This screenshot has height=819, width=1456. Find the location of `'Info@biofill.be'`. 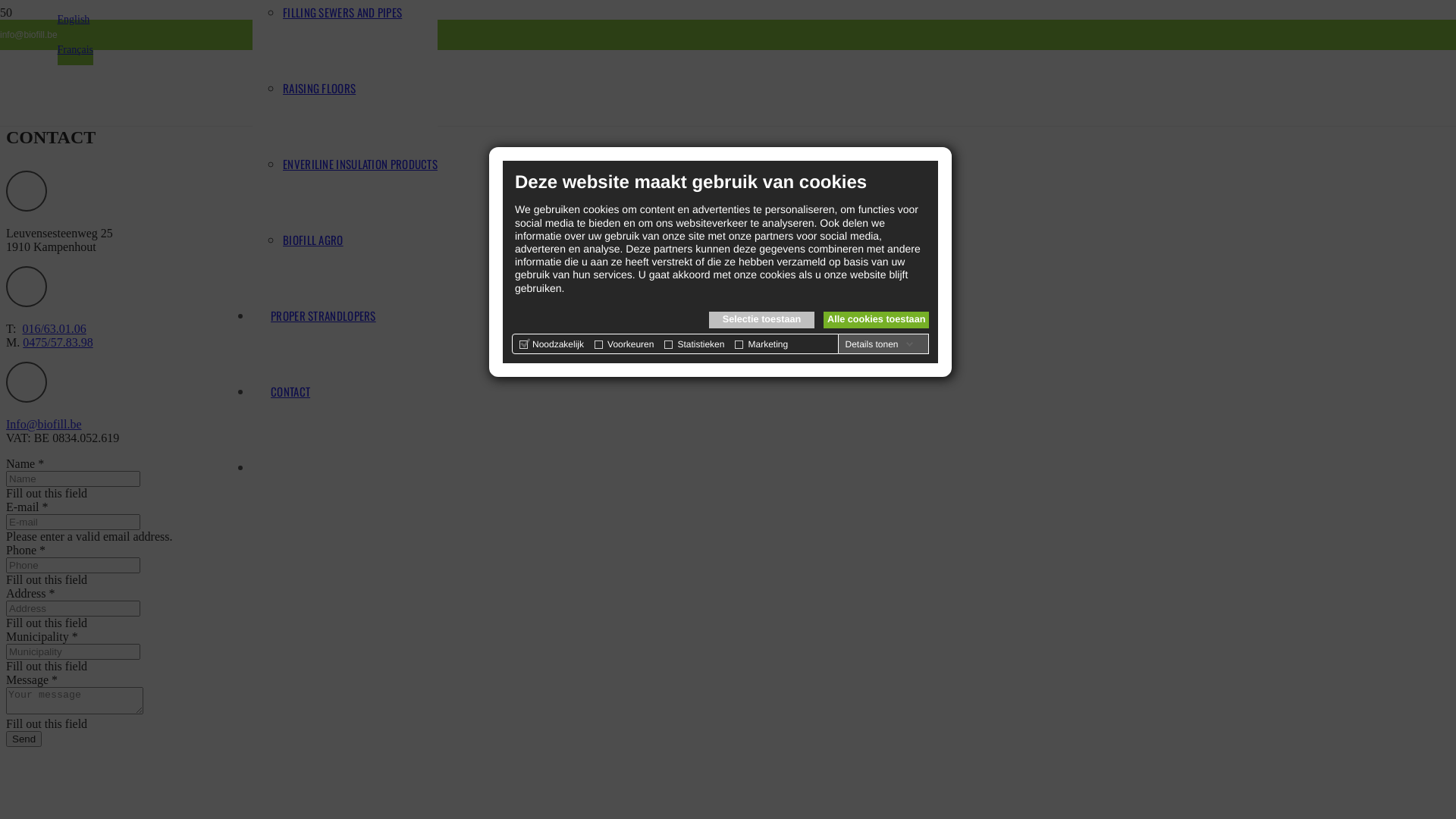

'Info@biofill.be' is located at coordinates (43, 424).